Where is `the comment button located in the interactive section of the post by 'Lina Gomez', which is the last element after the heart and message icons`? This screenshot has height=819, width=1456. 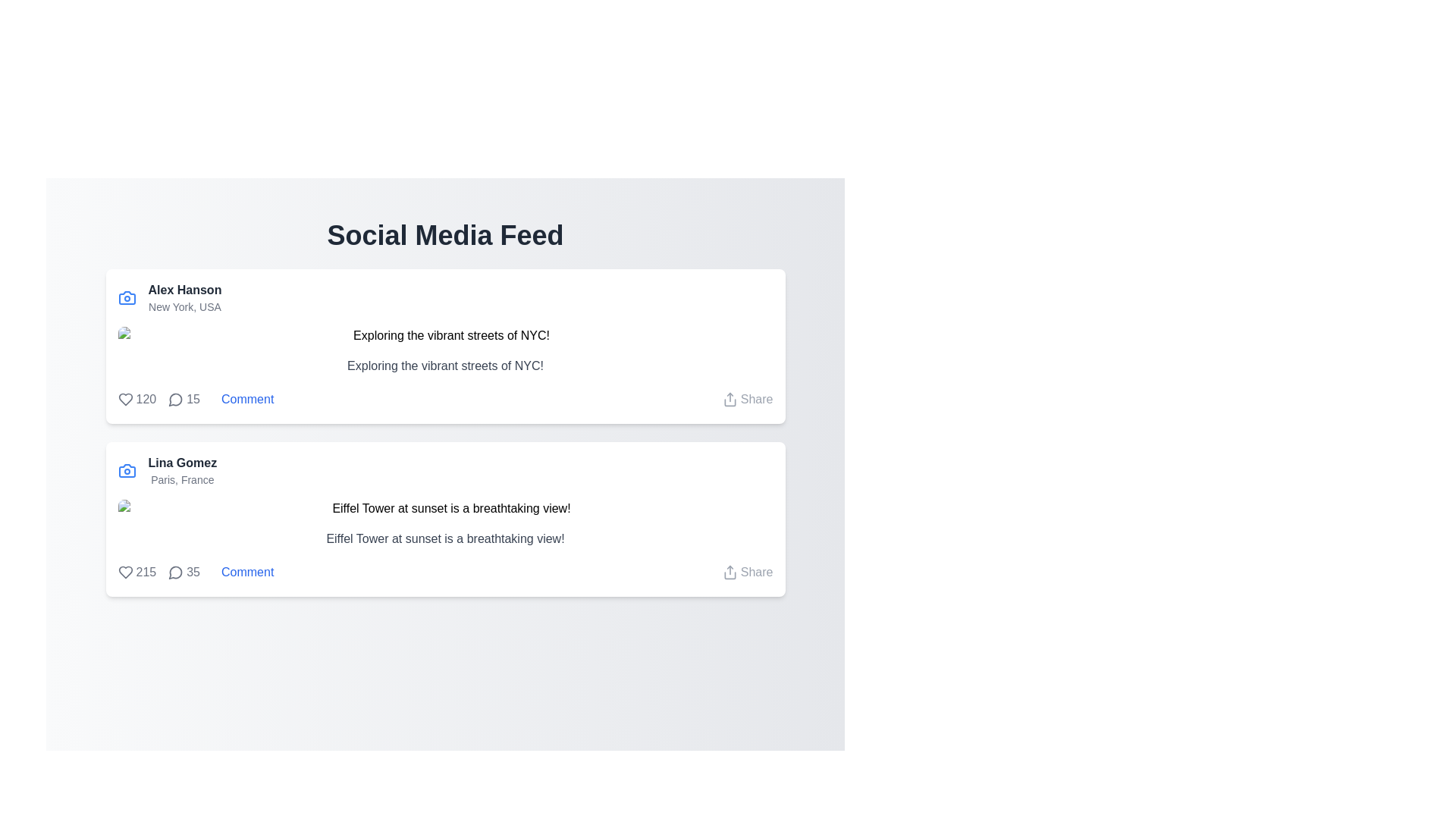
the comment button located in the interactive section of the post by 'Lina Gomez', which is the last element after the heart and message icons is located at coordinates (247, 573).